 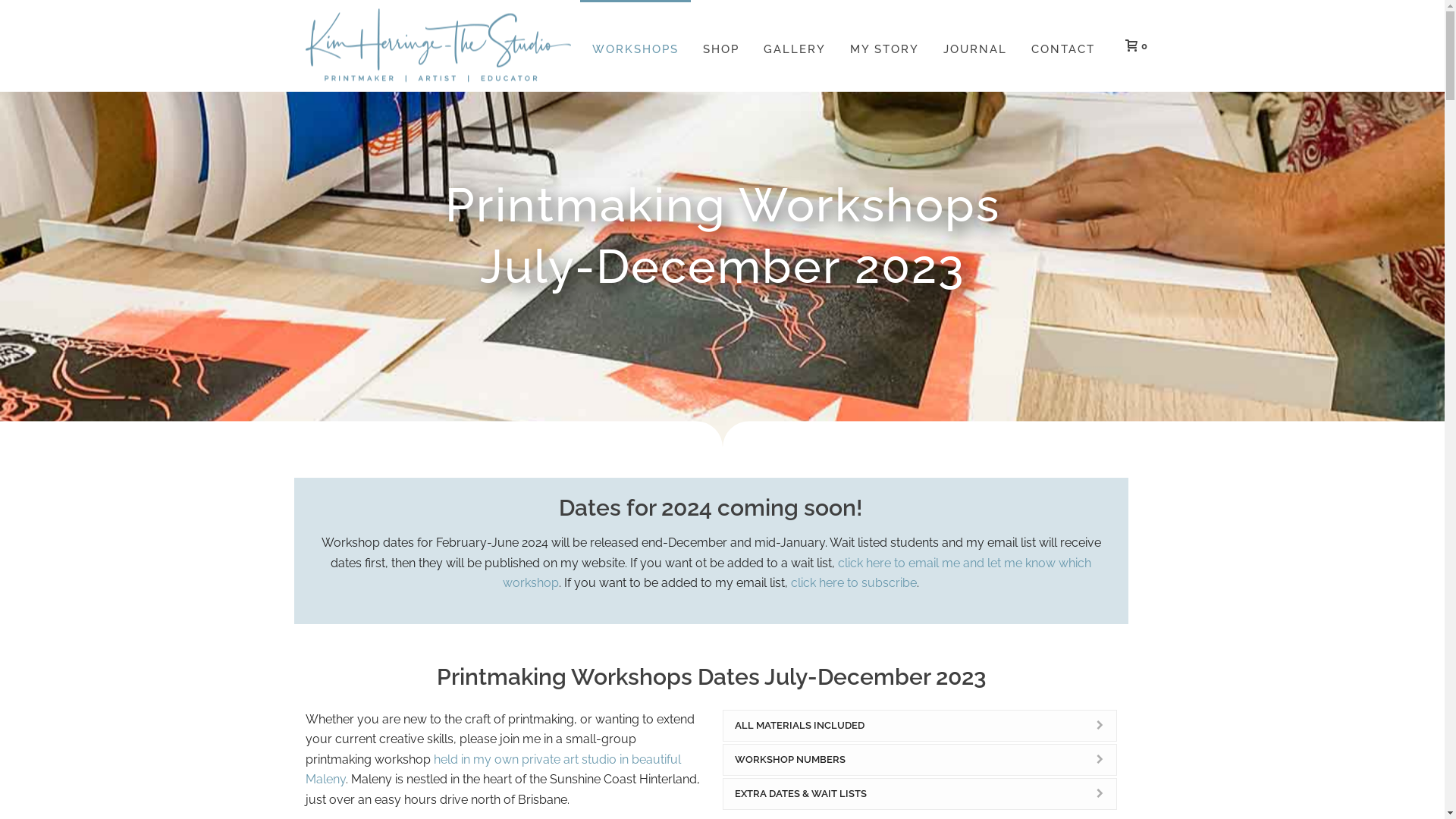 What do you see at coordinates (634, 45) in the screenshot?
I see `'WORKSHOPS'` at bounding box center [634, 45].